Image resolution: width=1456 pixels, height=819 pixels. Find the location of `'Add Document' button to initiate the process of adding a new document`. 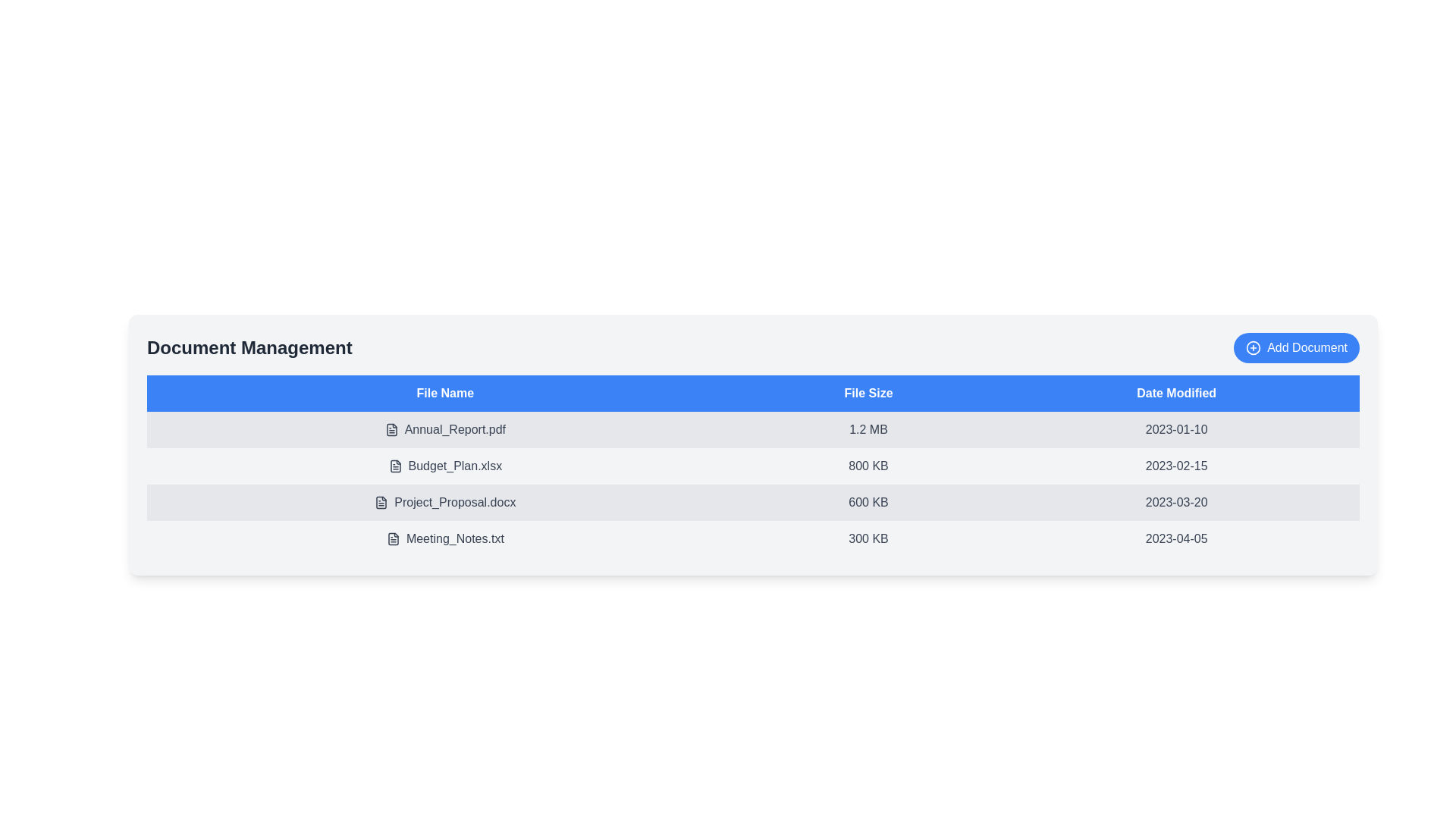

'Add Document' button to initiate the process of adding a new document is located at coordinates (1295, 348).